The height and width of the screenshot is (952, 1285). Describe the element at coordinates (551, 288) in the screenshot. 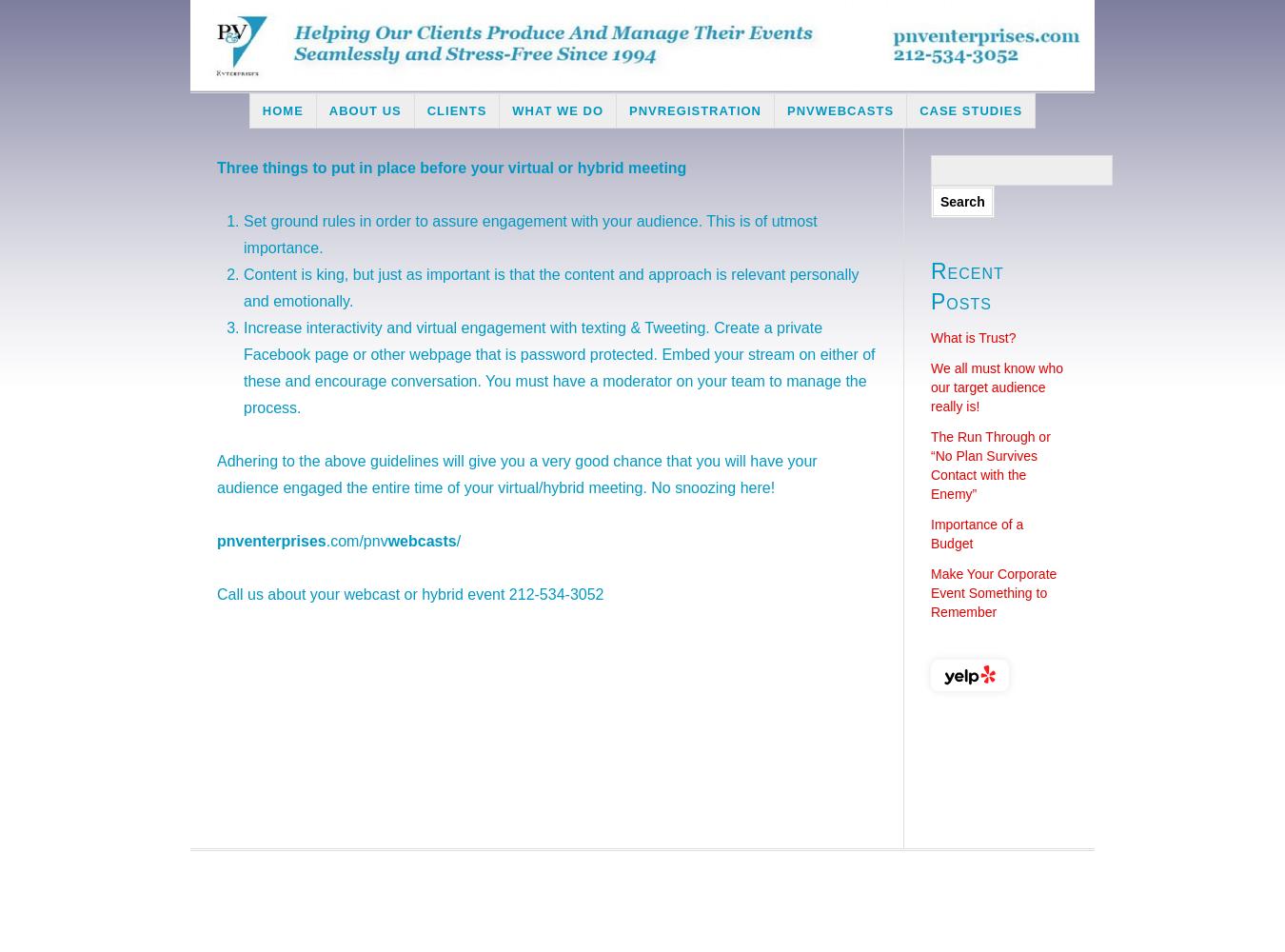

I see `'Content is king, but just as important is that the content and approach is relevant personally and emotionally.'` at that location.